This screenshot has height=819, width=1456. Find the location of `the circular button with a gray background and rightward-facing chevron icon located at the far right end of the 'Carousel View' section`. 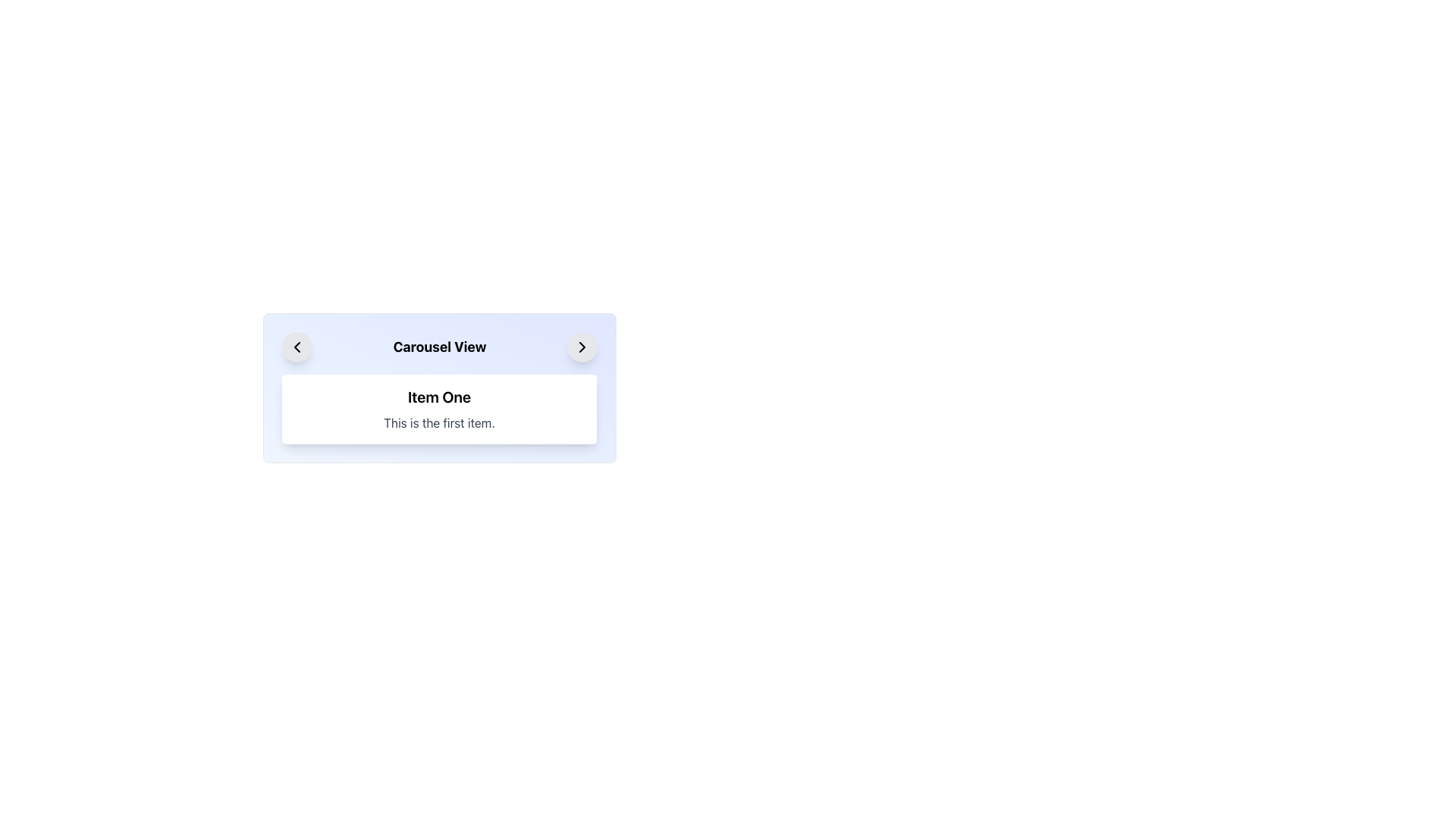

the circular button with a gray background and rightward-facing chevron icon located at the far right end of the 'Carousel View' section is located at coordinates (582, 347).